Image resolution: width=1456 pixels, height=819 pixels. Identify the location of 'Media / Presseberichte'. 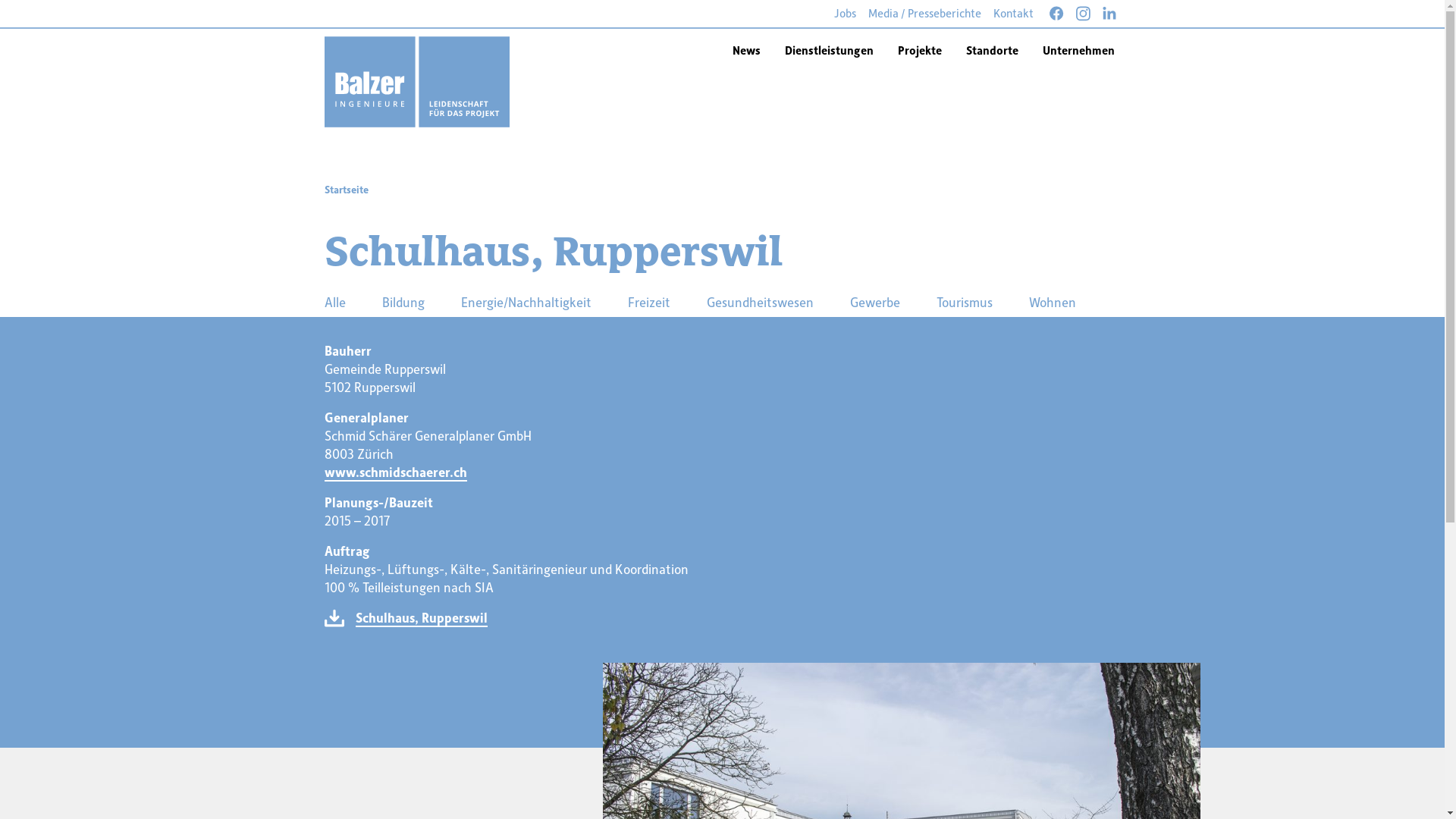
(924, 14).